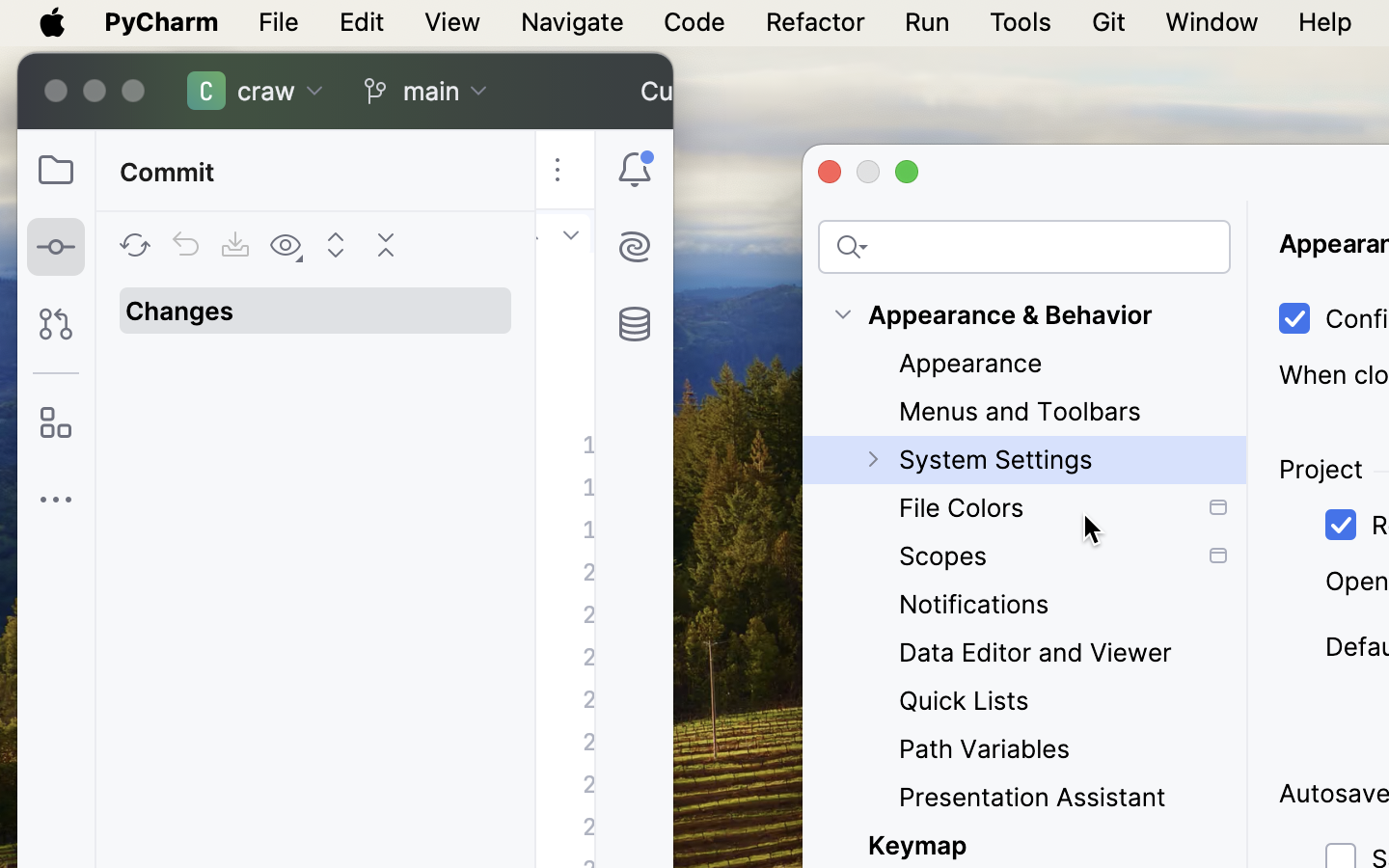 The height and width of the screenshot is (868, 1389). What do you see at coordinates (1320, 468) in the screenshot?
I see `'Project'` at bounding box center [1320, 468].